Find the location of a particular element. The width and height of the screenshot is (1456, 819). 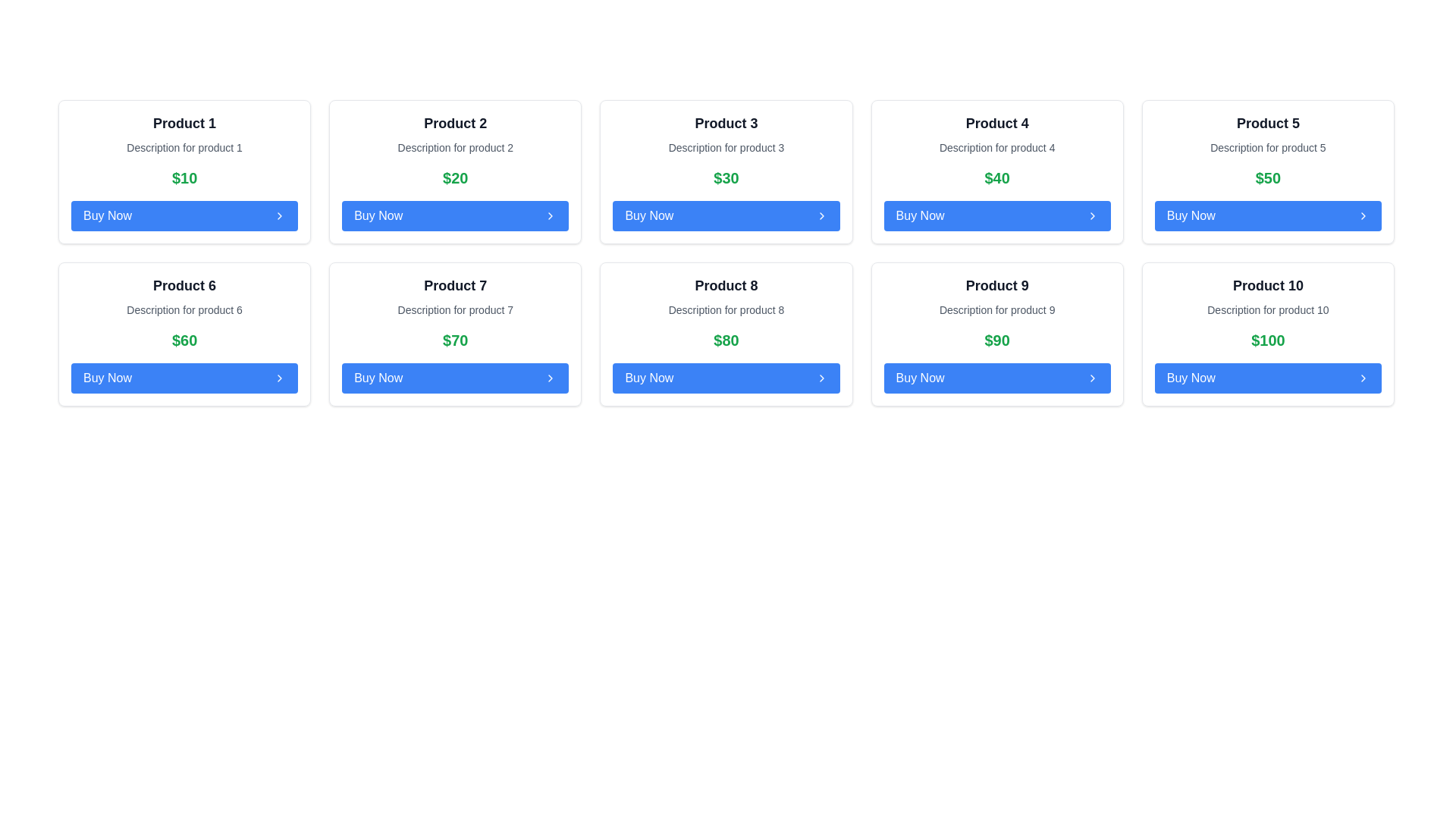

the rightward-chevron icon located at the bottom-right corner of the 'Buy Now' button for 'Product 10' is located at coordinates (1363, 377).